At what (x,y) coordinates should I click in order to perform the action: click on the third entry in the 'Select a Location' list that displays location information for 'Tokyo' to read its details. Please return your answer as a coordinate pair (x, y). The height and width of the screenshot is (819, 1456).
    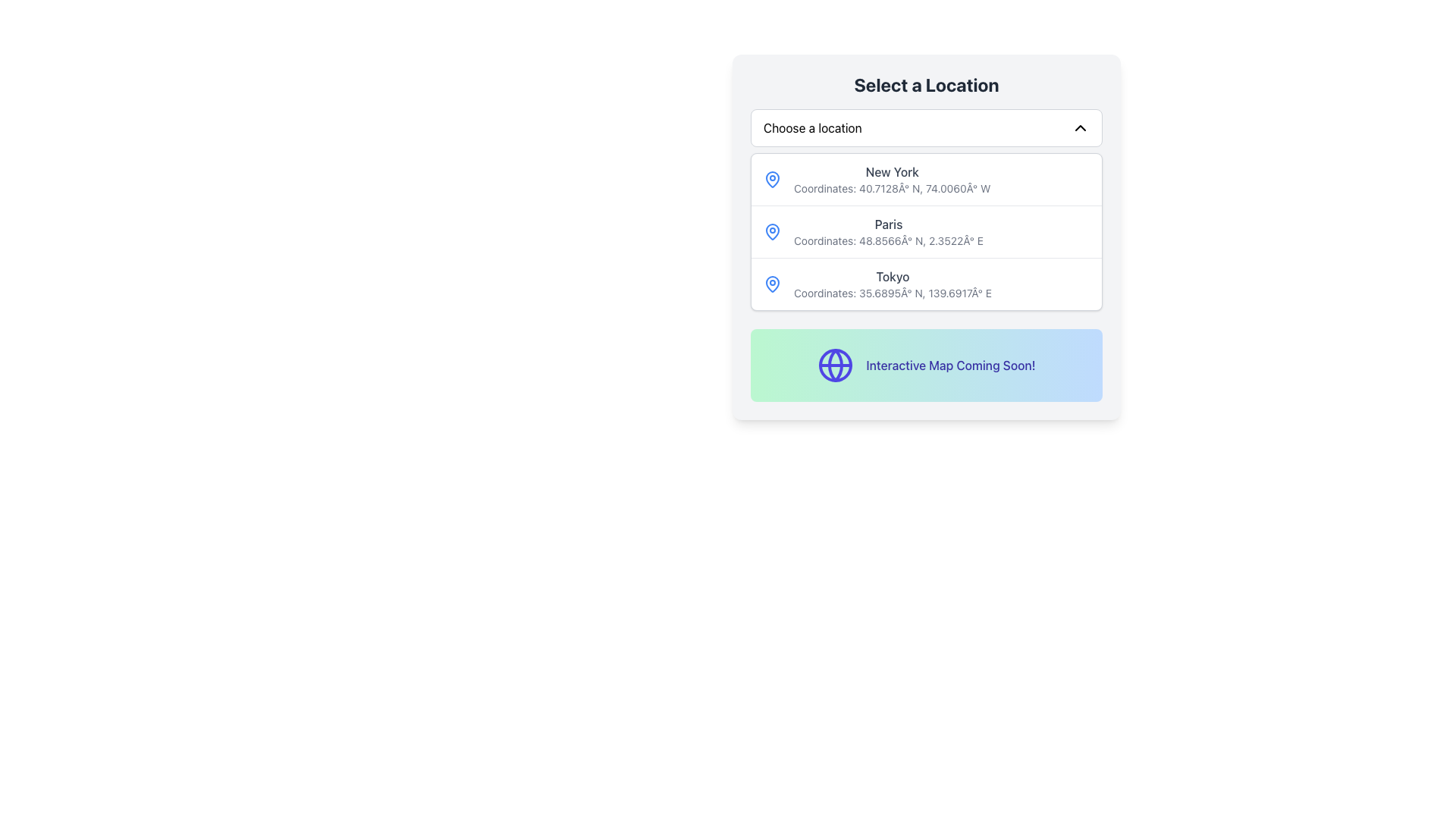
    Looking at the image, I should click on (926, 284).